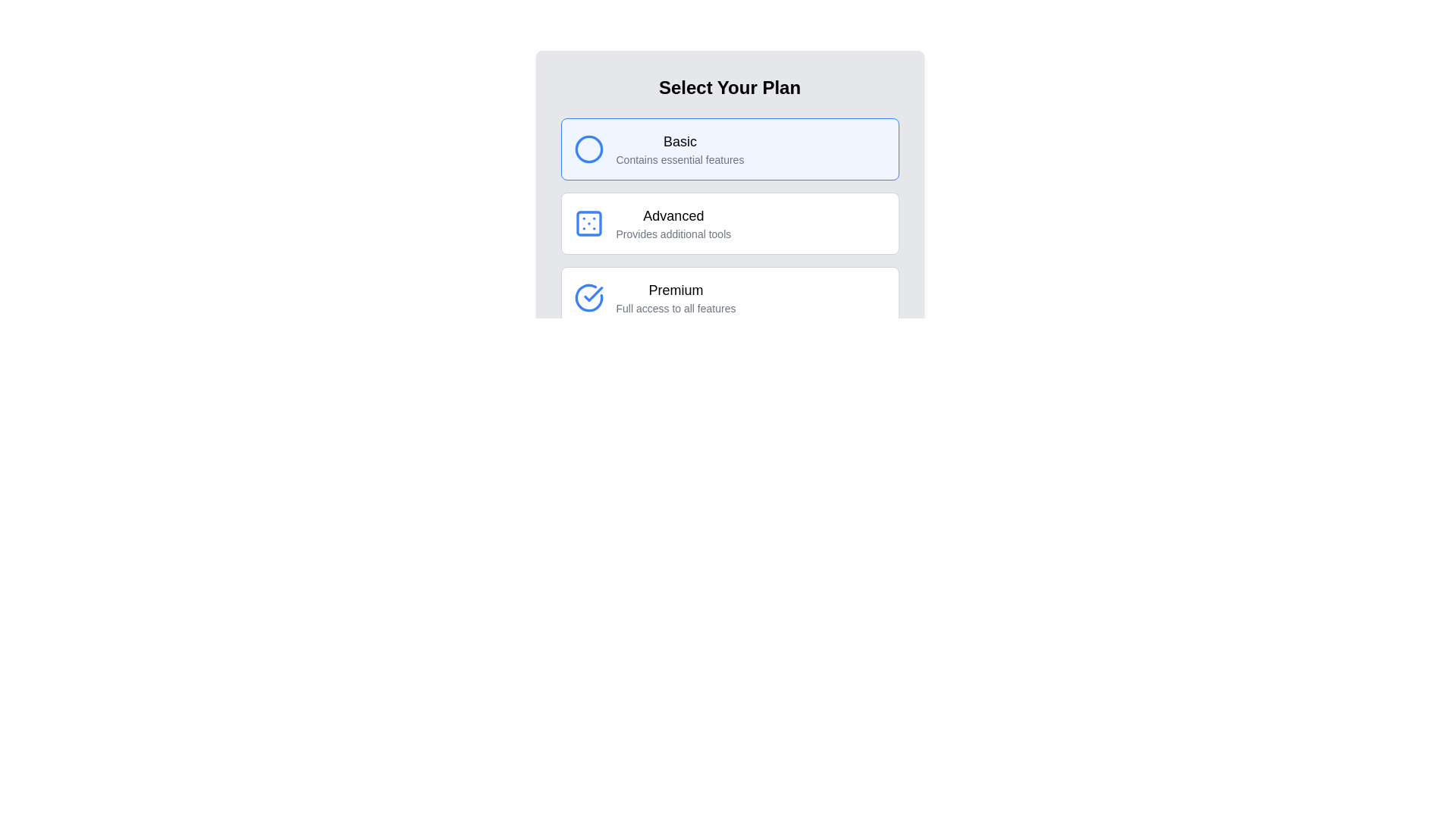 This screenshot has height=819, width=1456. I want to click on the 'Premium' plan card, which is the third option in a vertically stacked list of plan selection cards, so click(730, 298).